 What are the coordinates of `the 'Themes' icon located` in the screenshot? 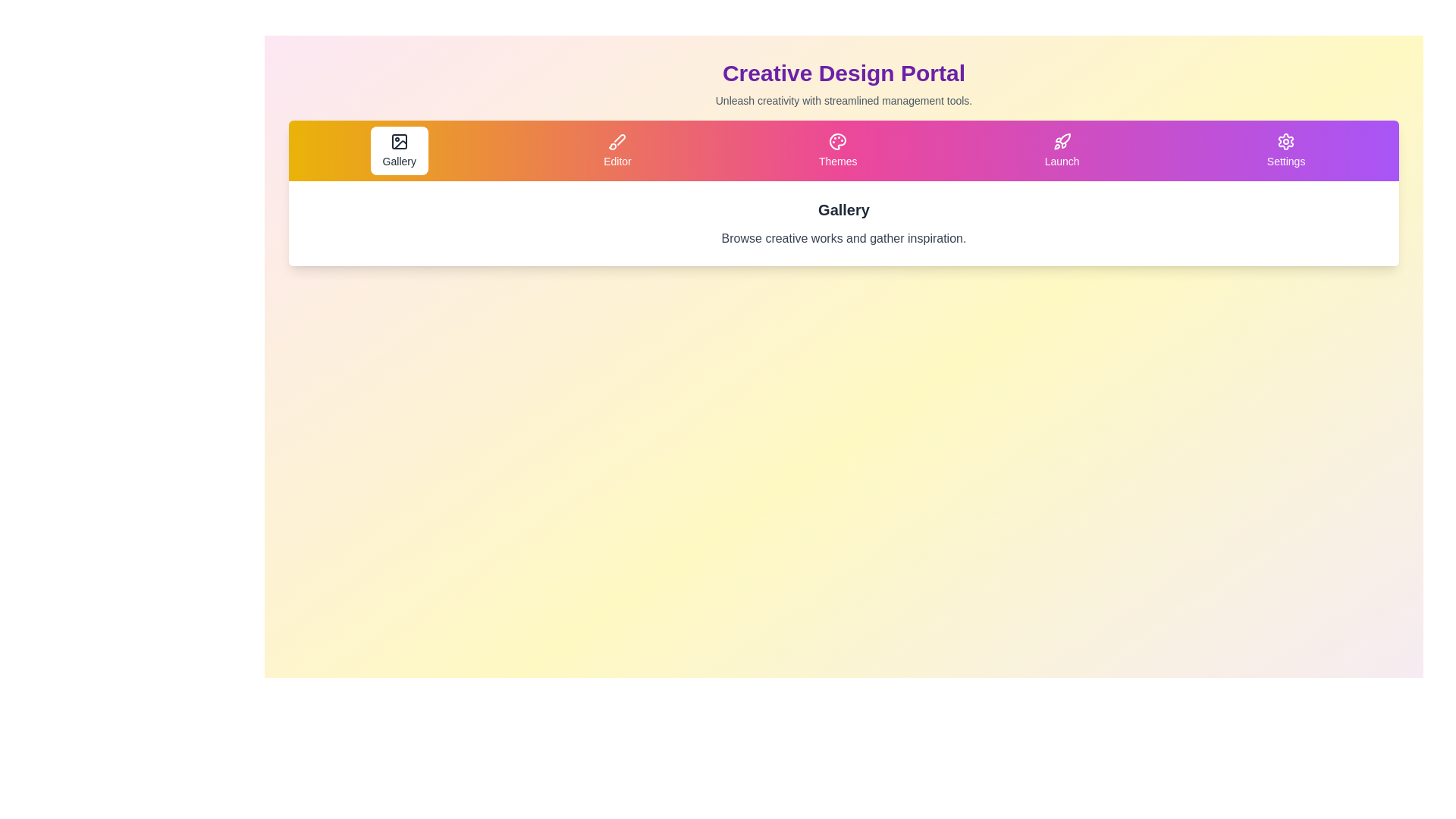 It's located at (837, 141).